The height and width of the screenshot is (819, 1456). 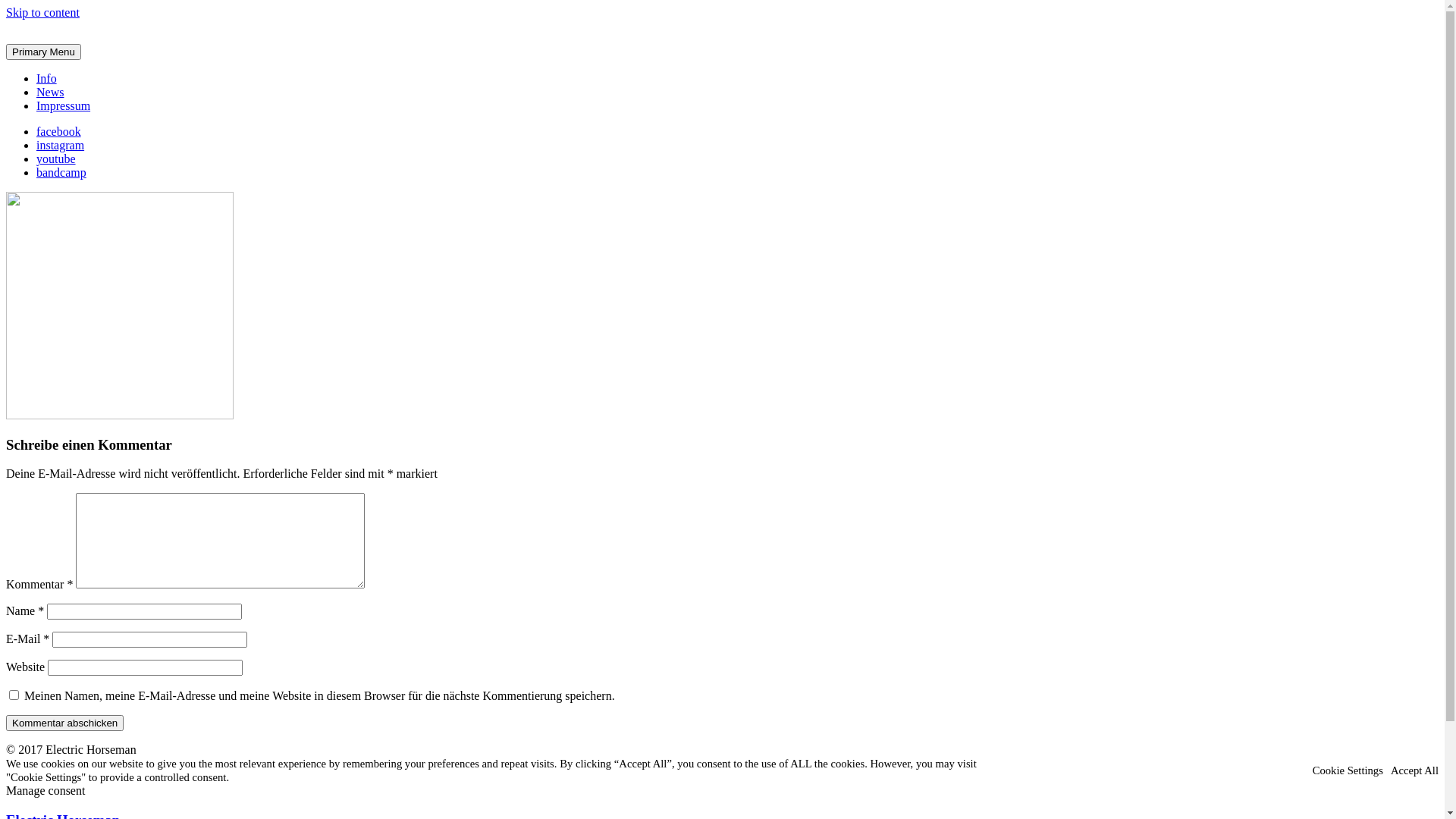 What do you see at coordinates (1414, 770) in the screenshot?
I see `'Accept All'` at bounding box center [1414, 770].